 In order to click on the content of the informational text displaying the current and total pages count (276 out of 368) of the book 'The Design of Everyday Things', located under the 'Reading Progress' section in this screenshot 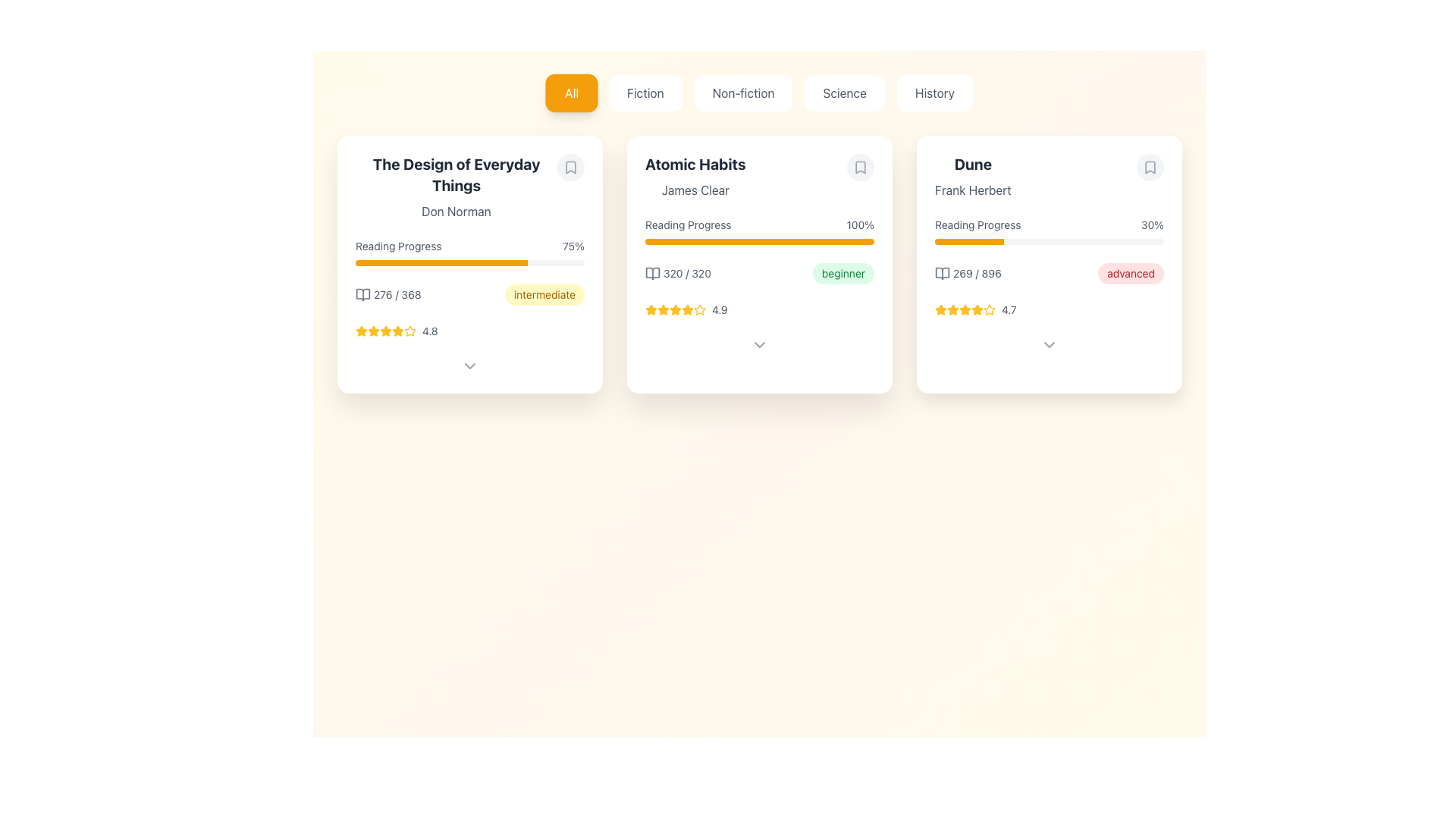, I will do `click(388, 295)`.